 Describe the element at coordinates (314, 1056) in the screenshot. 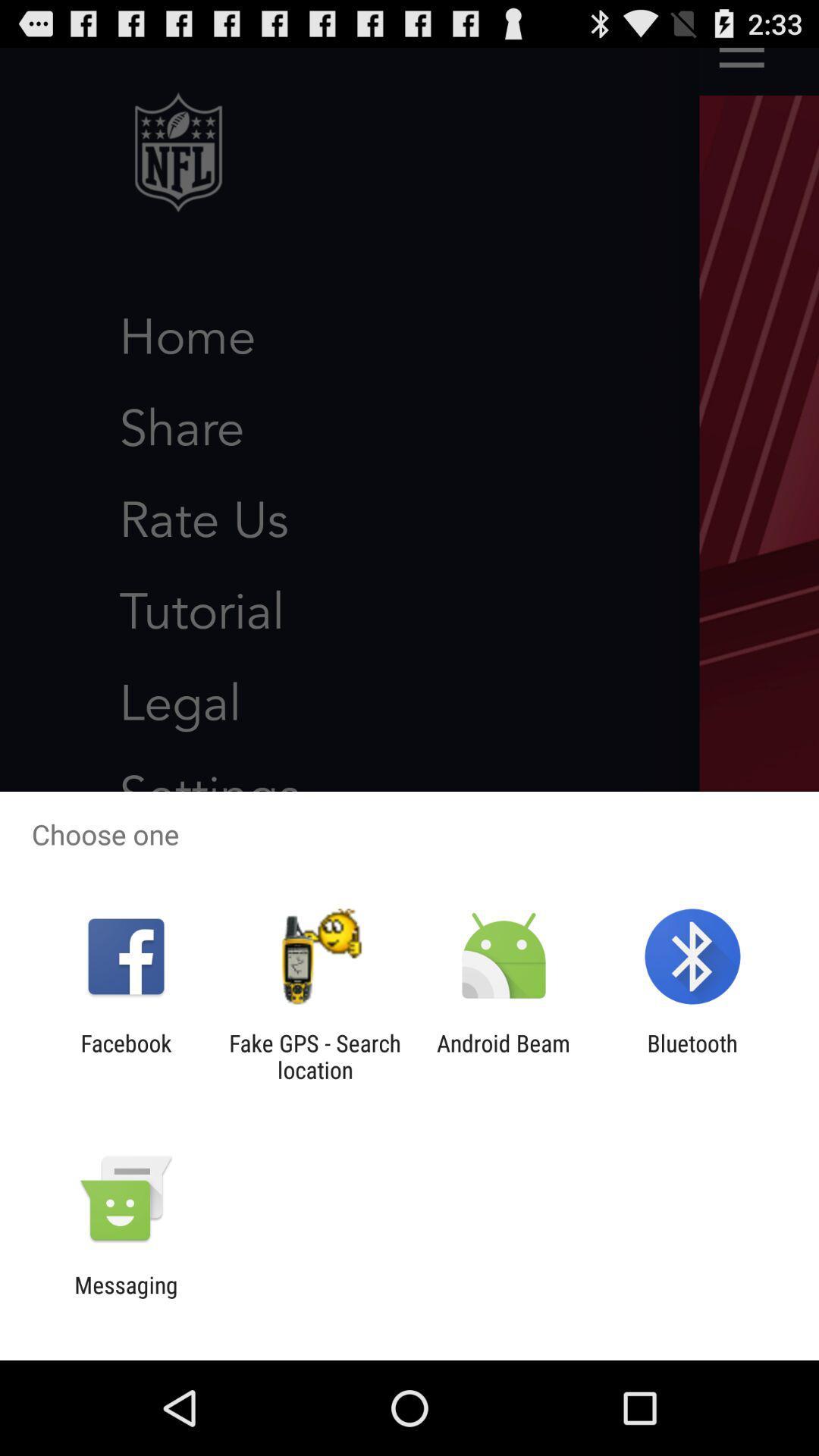

I see `the fake gps search icon` at that location.